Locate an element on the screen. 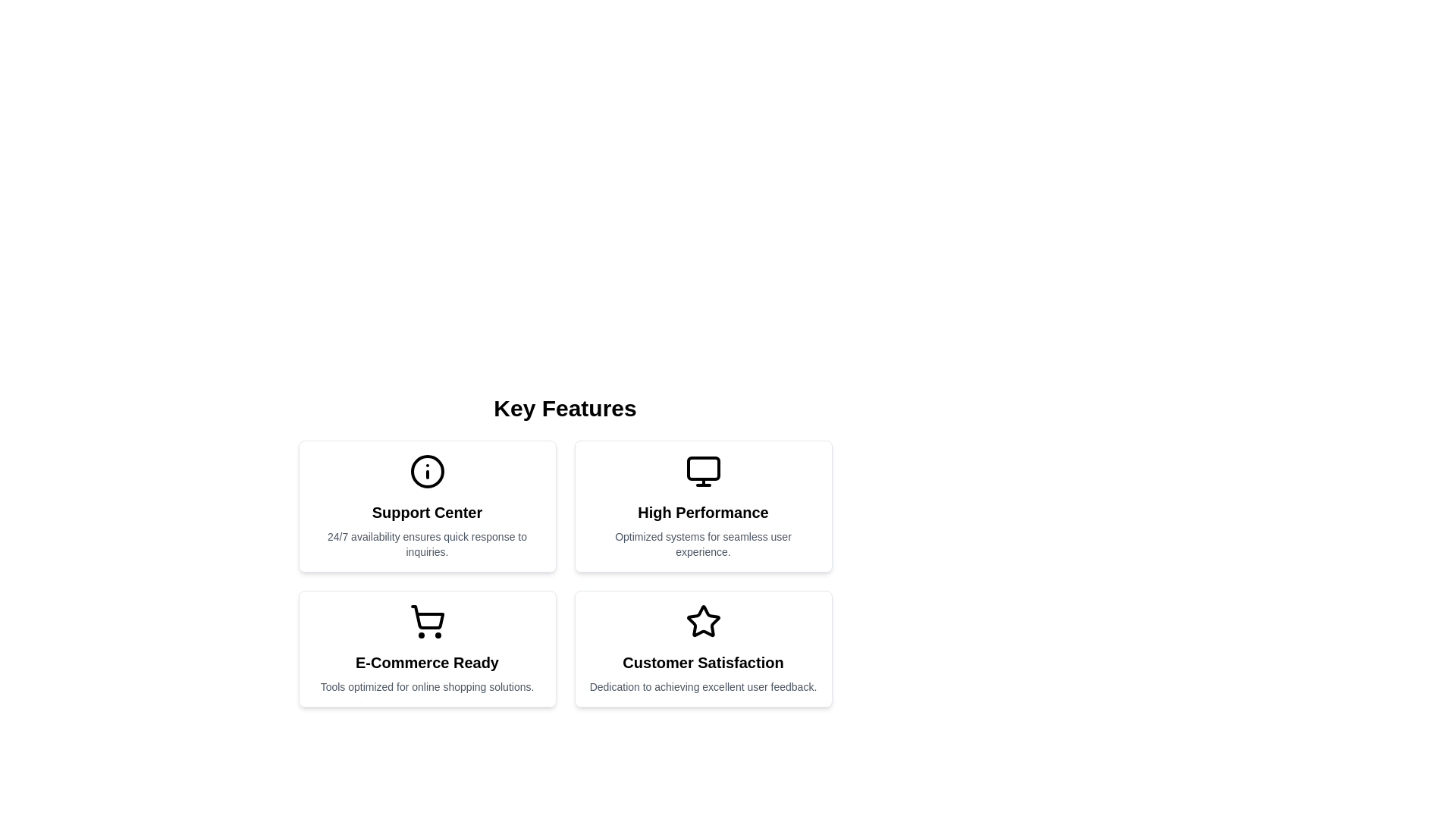  the prominently styled header displaying the text 'Key Features', which is visually distinct and centered at the top of the section is located at coordinates (564, 408).